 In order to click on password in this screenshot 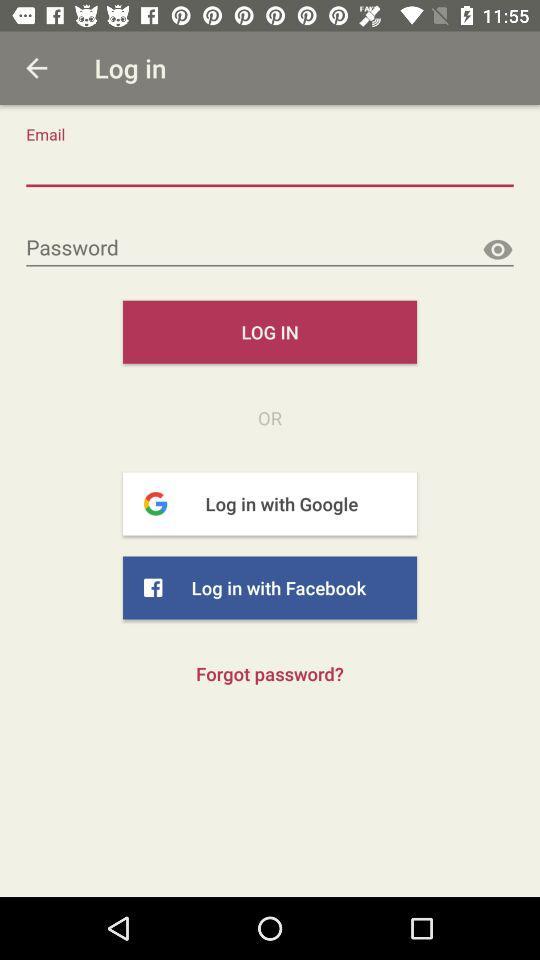, I will do `click(270, 247)`.